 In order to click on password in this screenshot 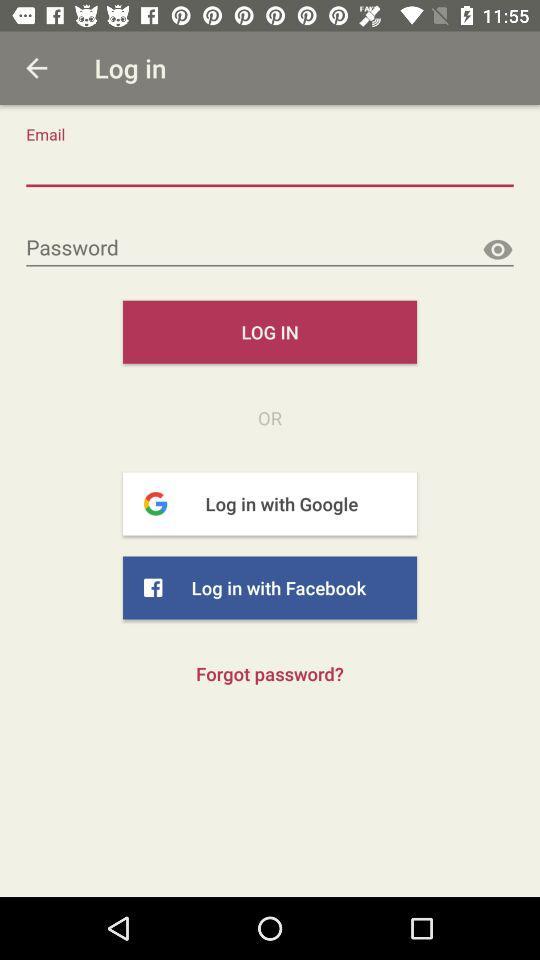, I will do `click(270, 247)`.